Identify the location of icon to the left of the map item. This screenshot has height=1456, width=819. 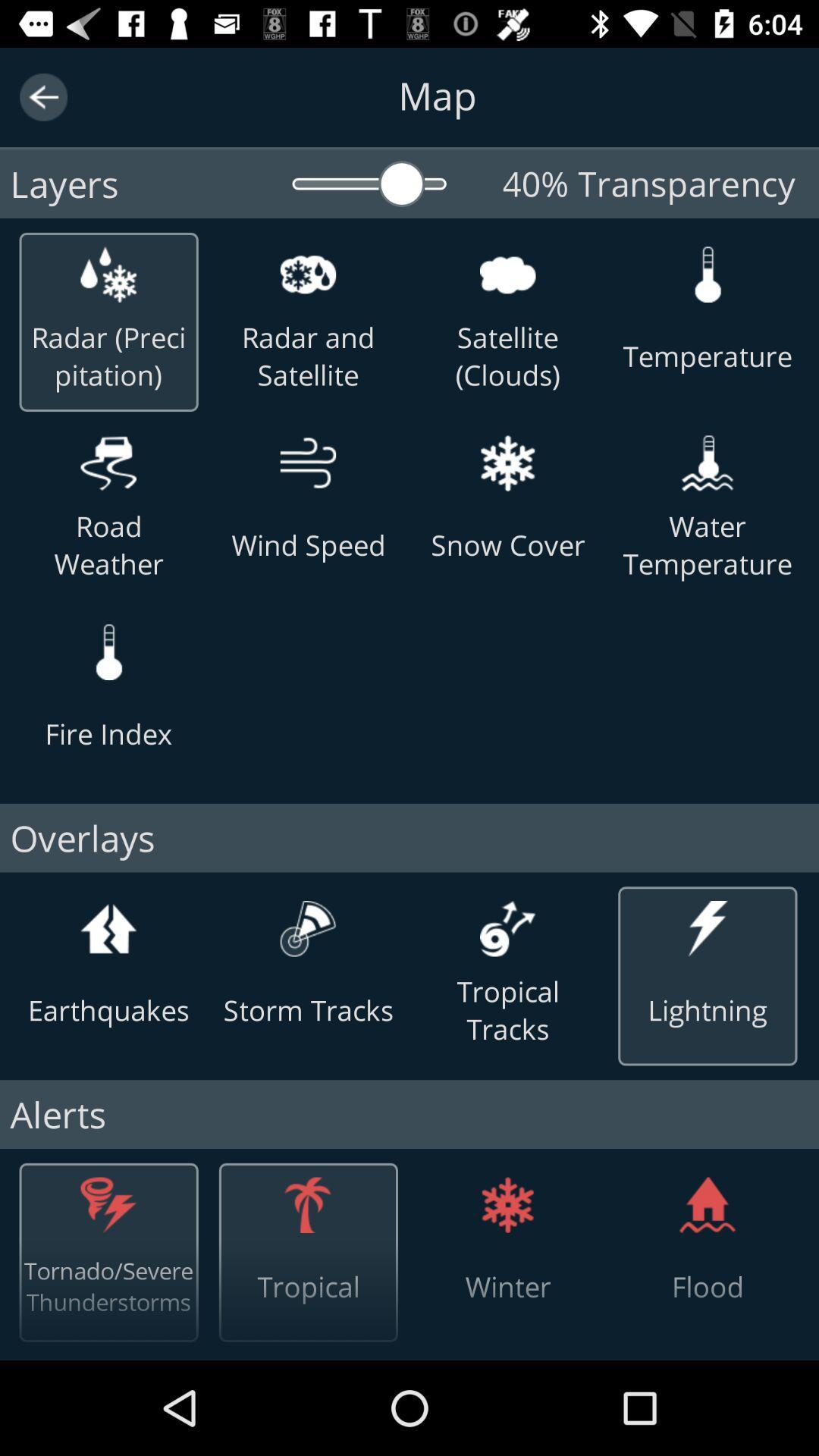
(42, 96).